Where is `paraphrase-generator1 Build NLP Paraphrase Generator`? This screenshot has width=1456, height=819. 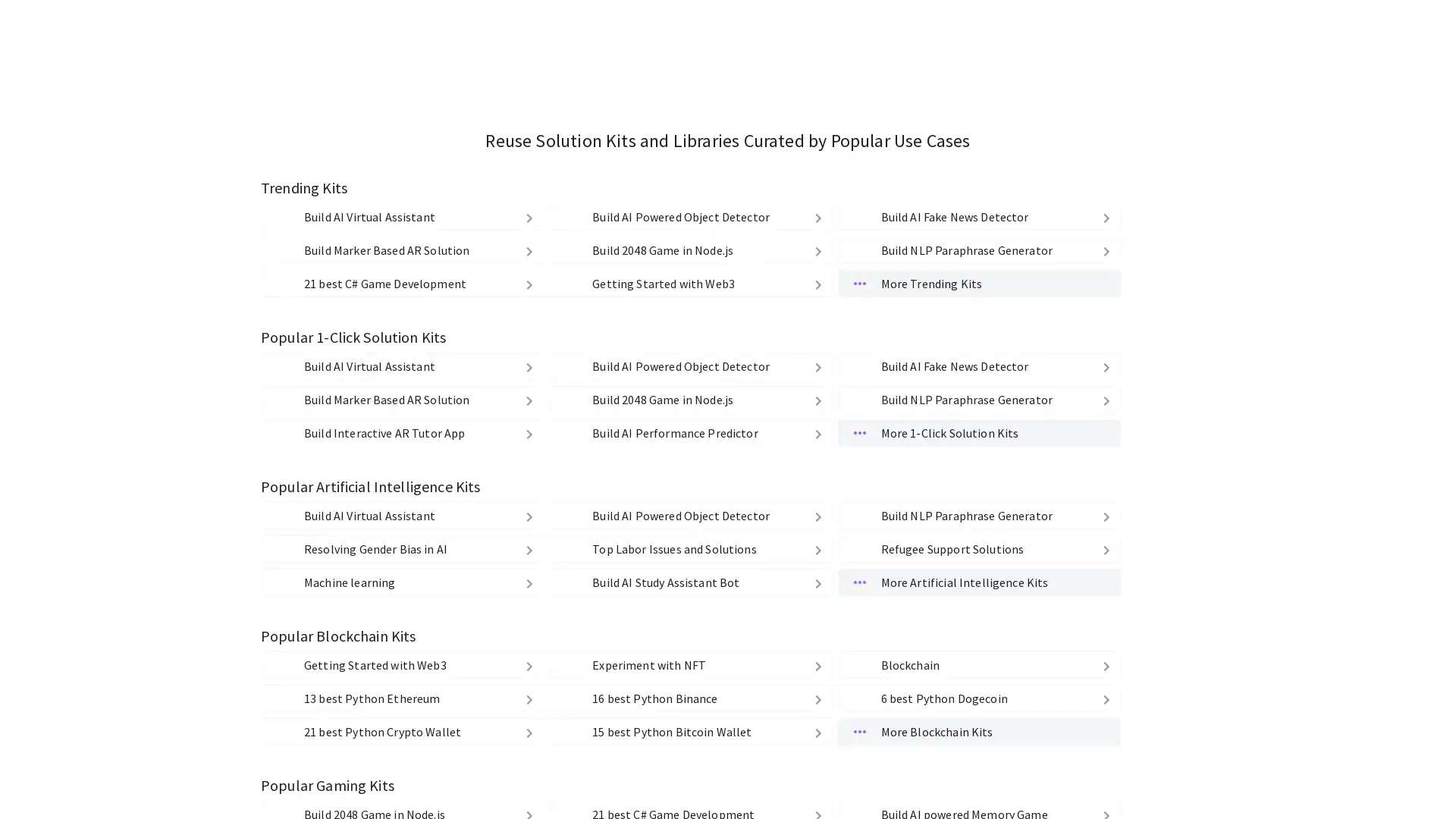 paraphrase-generator1 Build NLP Paraphrase Generator is located at coordinates (978, 780).